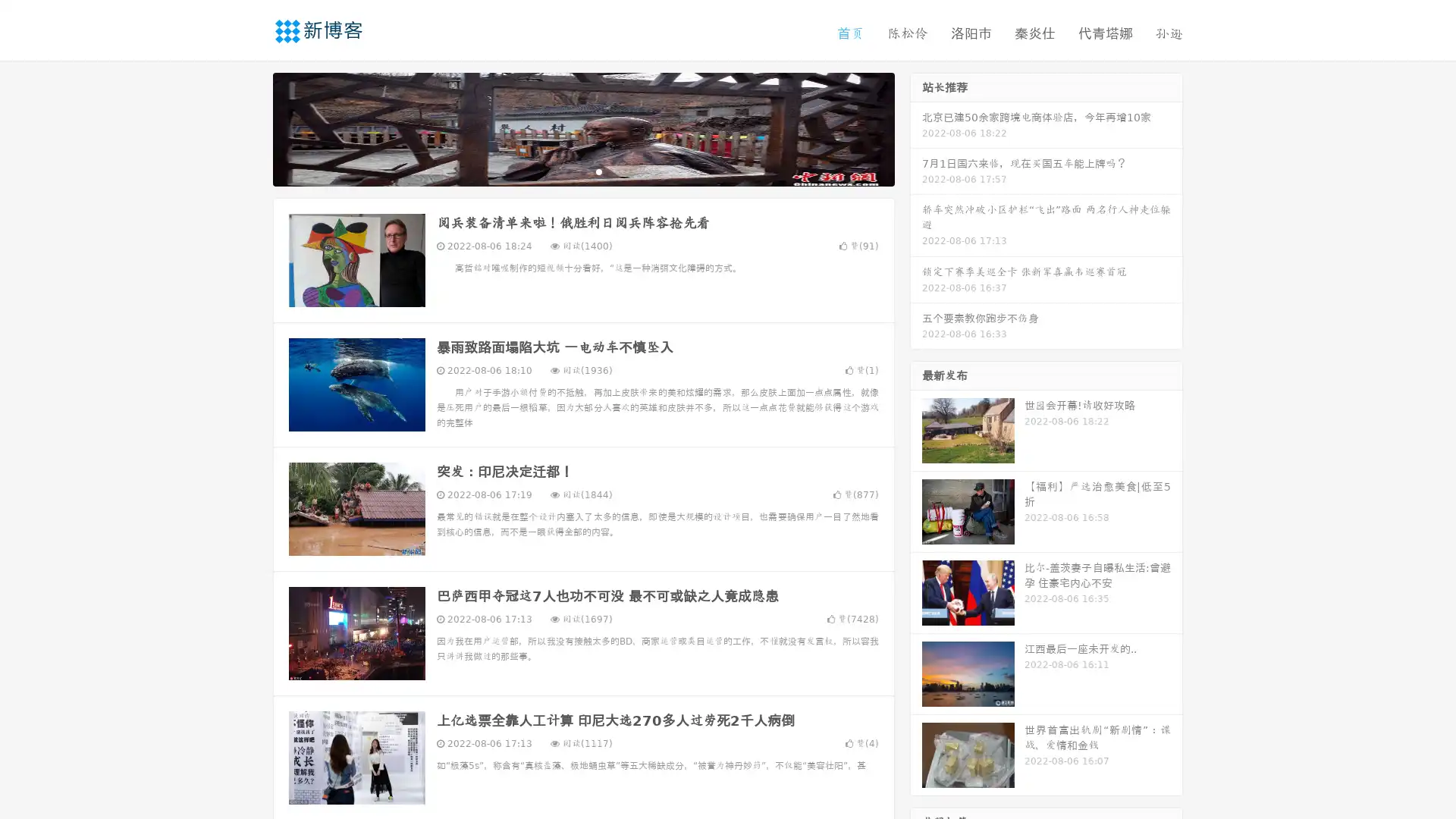 The width and height of the screenshot is (1456, 819). What do you see at coordinates (598, 171) in the screenshot?
I see `Go to slide 3` at bounding box center [598, 171].